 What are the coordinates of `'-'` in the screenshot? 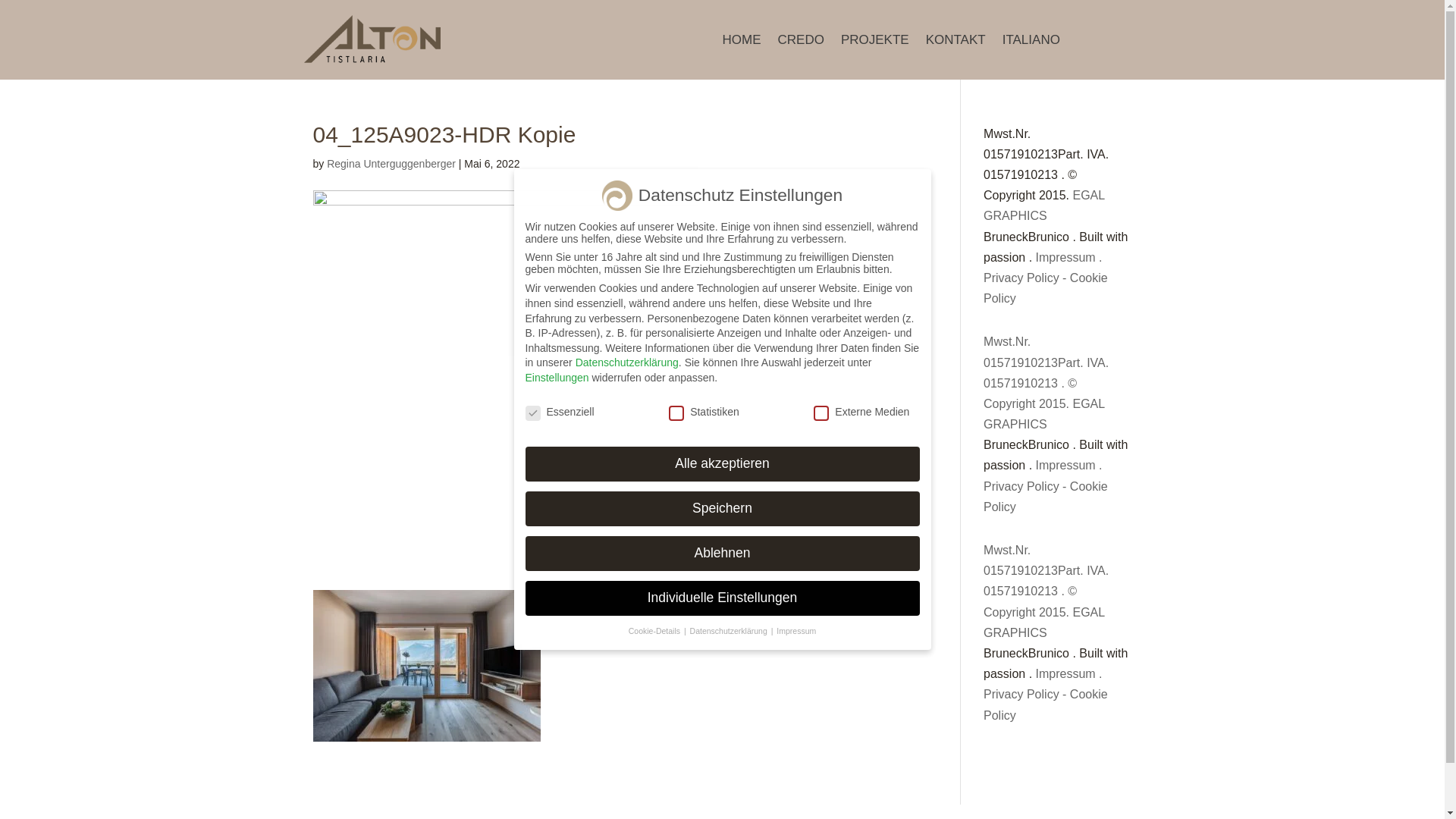 It's located at (1063, 278).